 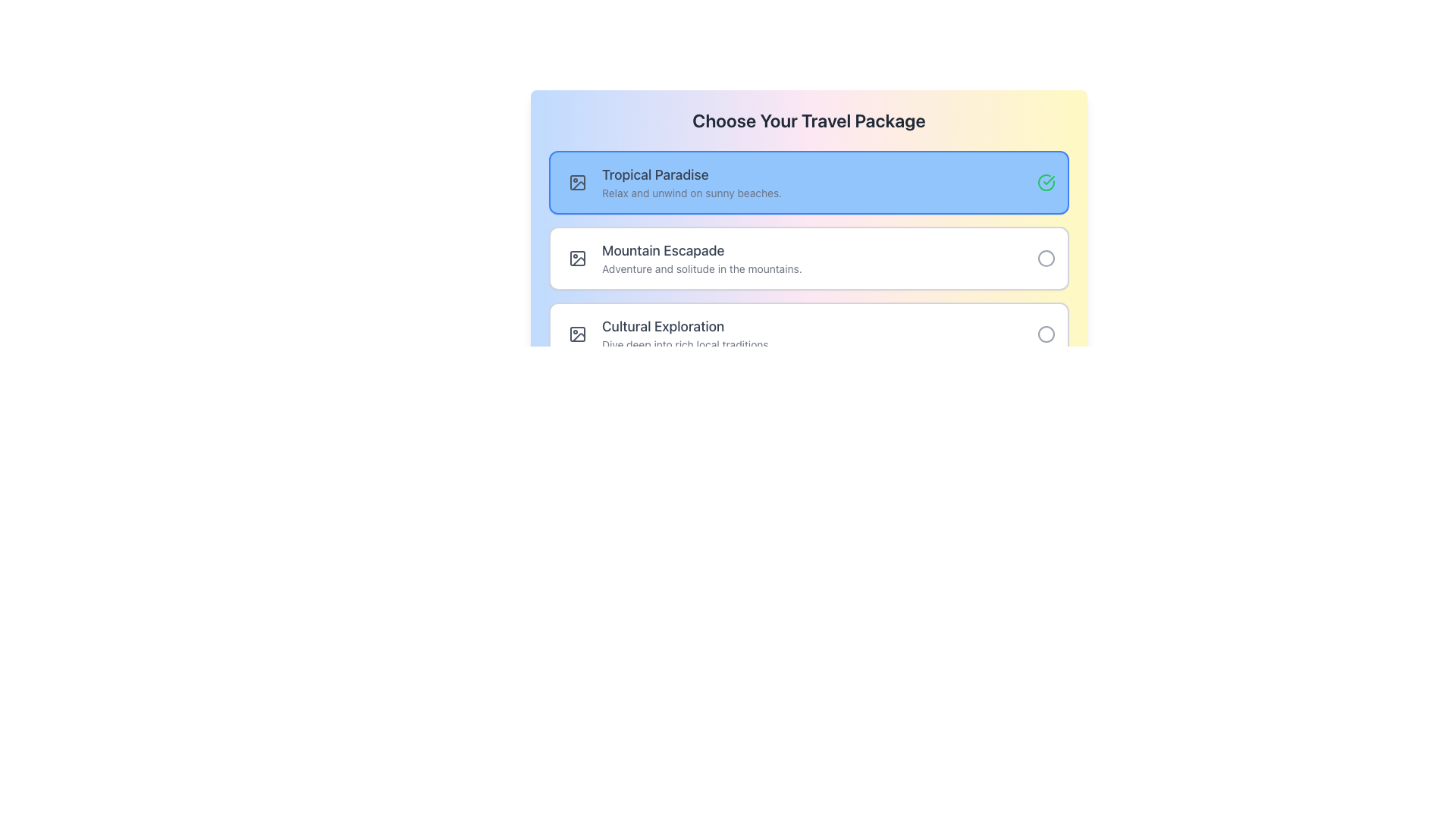 What do you see at coordinates (577, 181) in the screenshot?
I see `the icon representing an image, which is styled with a thin black outline and placed on a light blue background, located within the selection box titled 'Tropical Paradise'` at bounding box center [577, 181].